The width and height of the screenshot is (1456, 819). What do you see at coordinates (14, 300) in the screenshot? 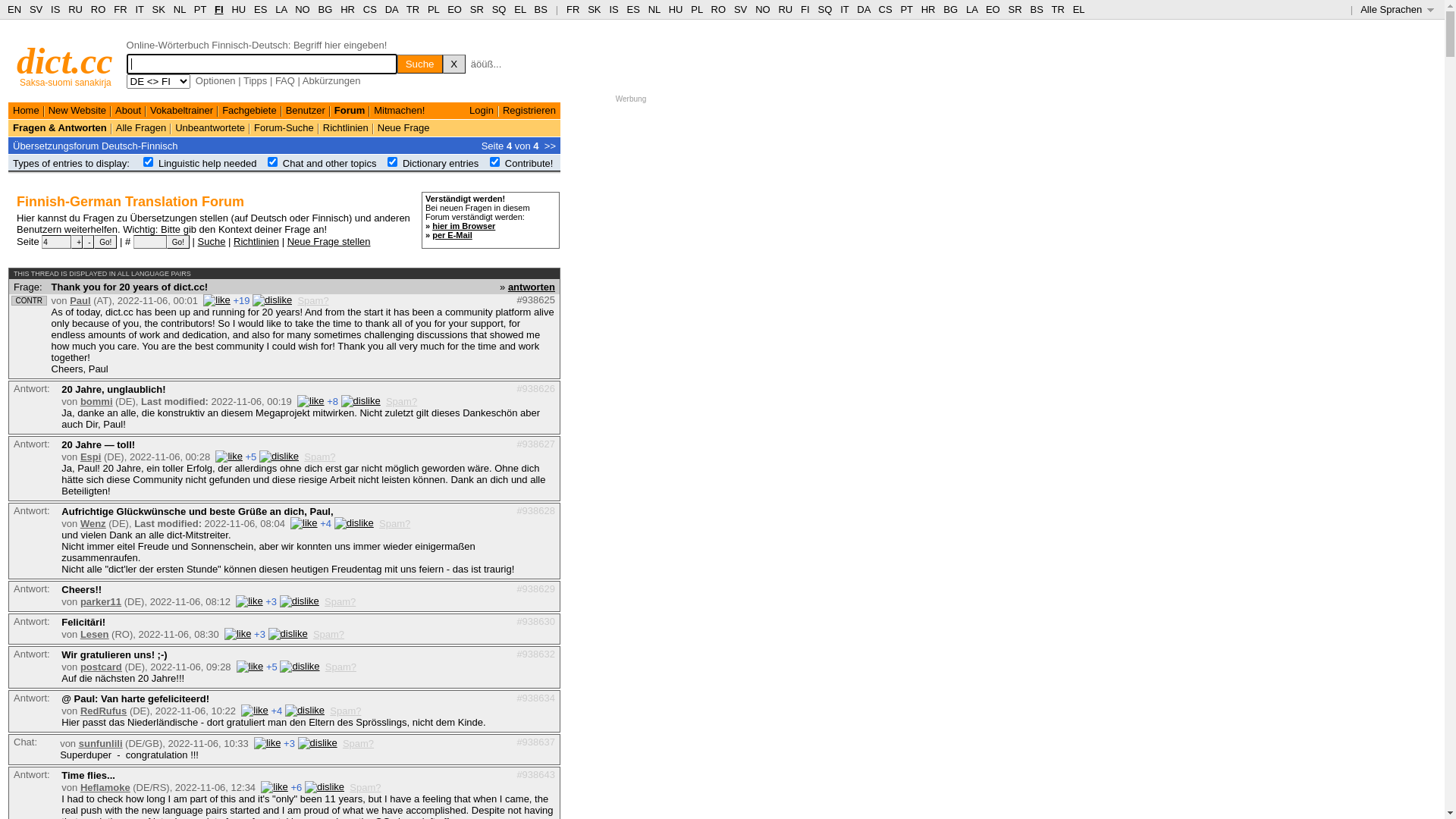
I see `'CONTR'` at bounding box center [14, 300].